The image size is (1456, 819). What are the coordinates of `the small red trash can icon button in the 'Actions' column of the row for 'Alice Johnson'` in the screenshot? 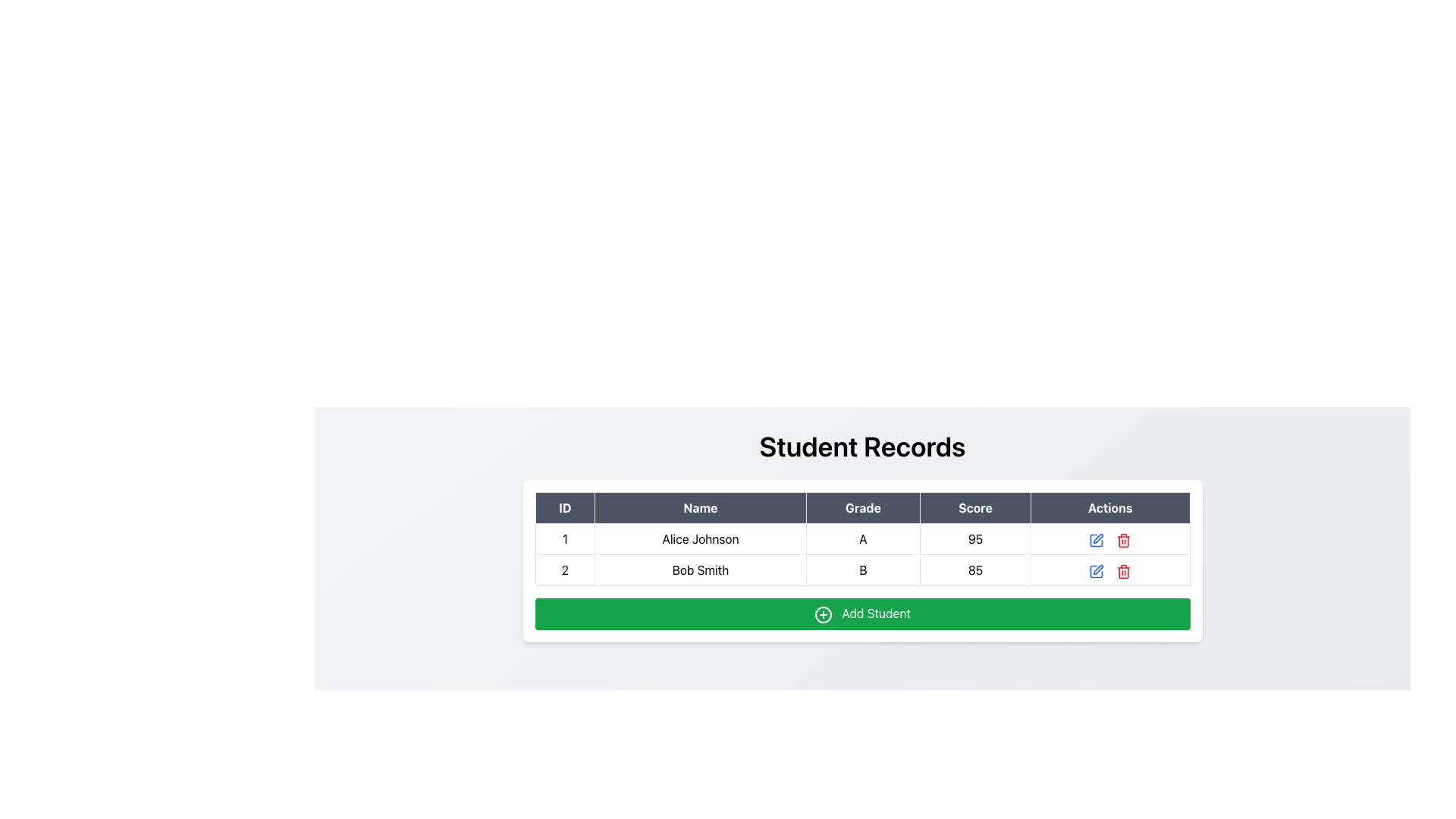 It's located at (1124, 538).